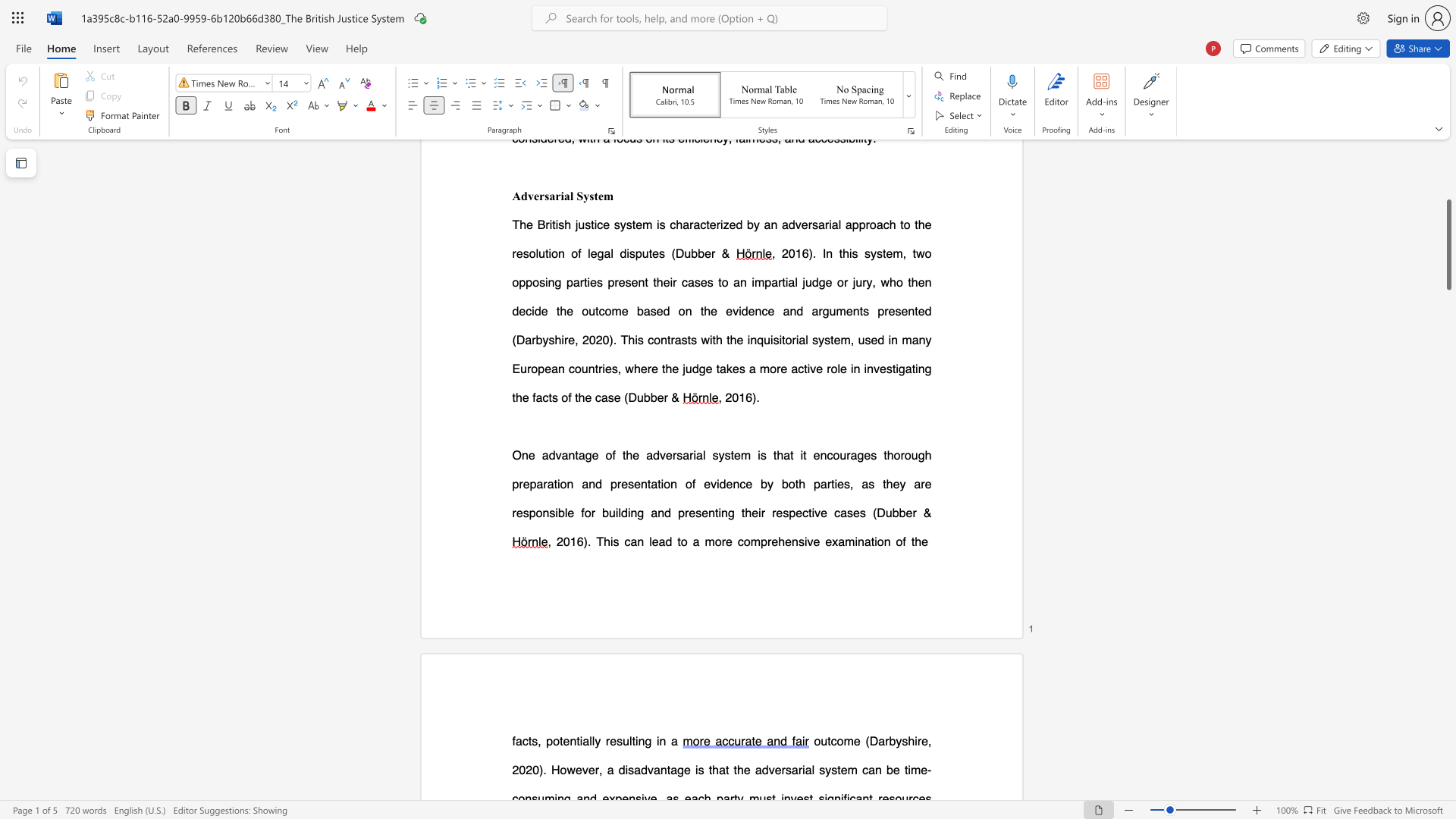 This screenshot has height=819, width=1456. I want to click on the subset text "on an" within the text "One advantage of the adversarial system is that it encourages thorough preparation and presentation of evidence by both parties, as they", so click(559, 484).